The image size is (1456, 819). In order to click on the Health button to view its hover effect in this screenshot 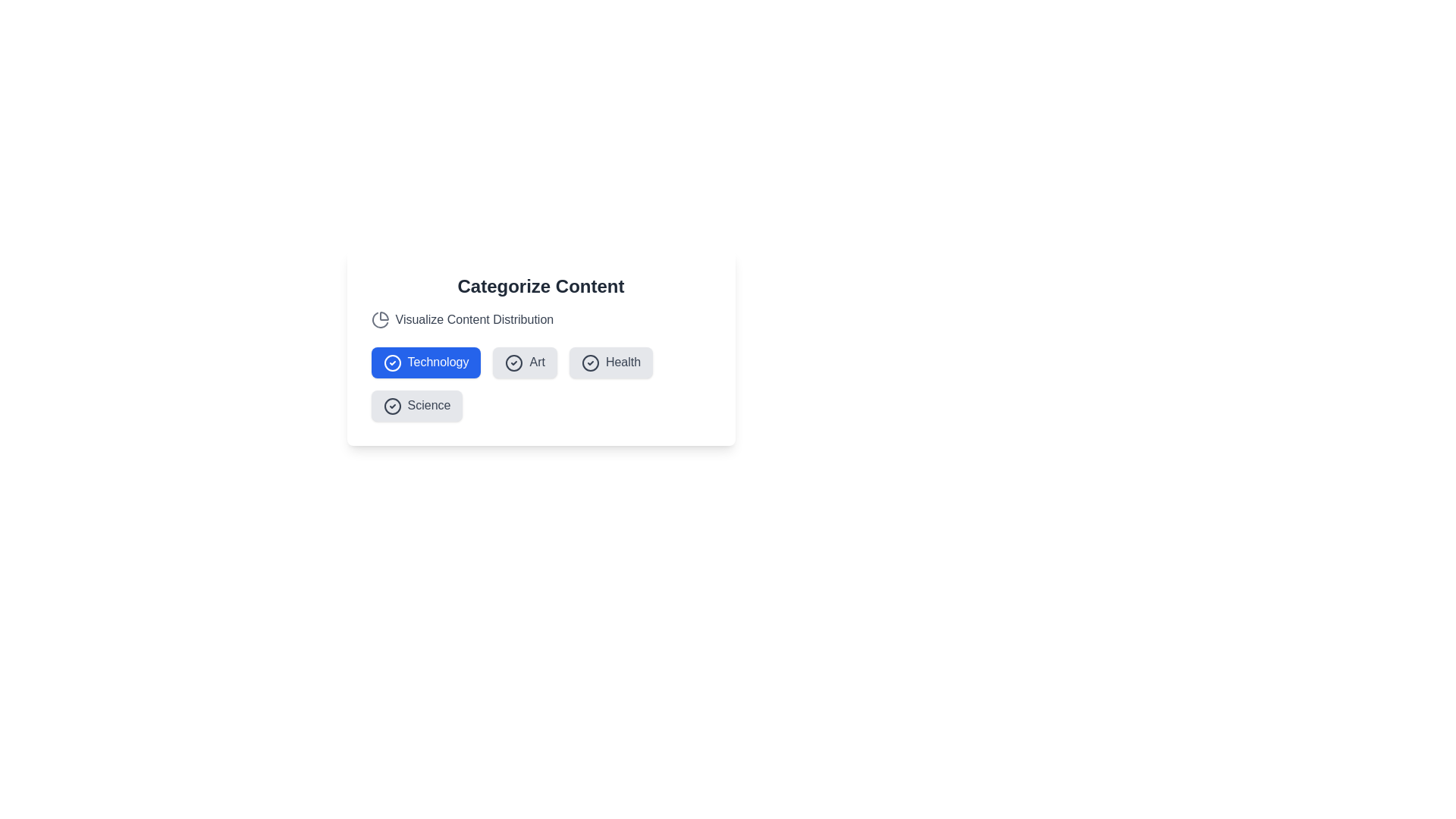, I will do `click(611, 362)`.